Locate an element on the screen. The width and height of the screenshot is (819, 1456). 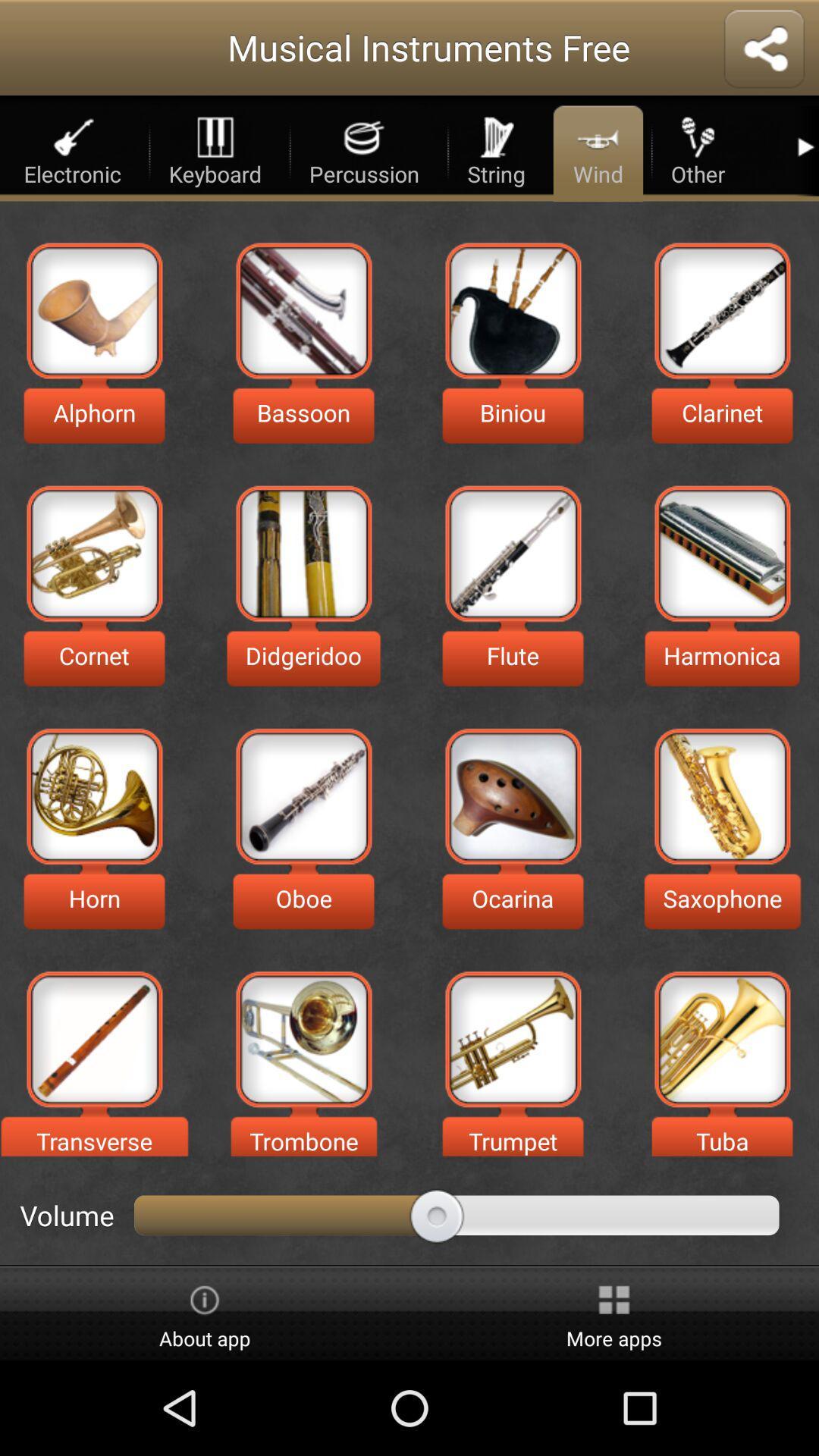
musical icone is located at coordinates (94, 553).